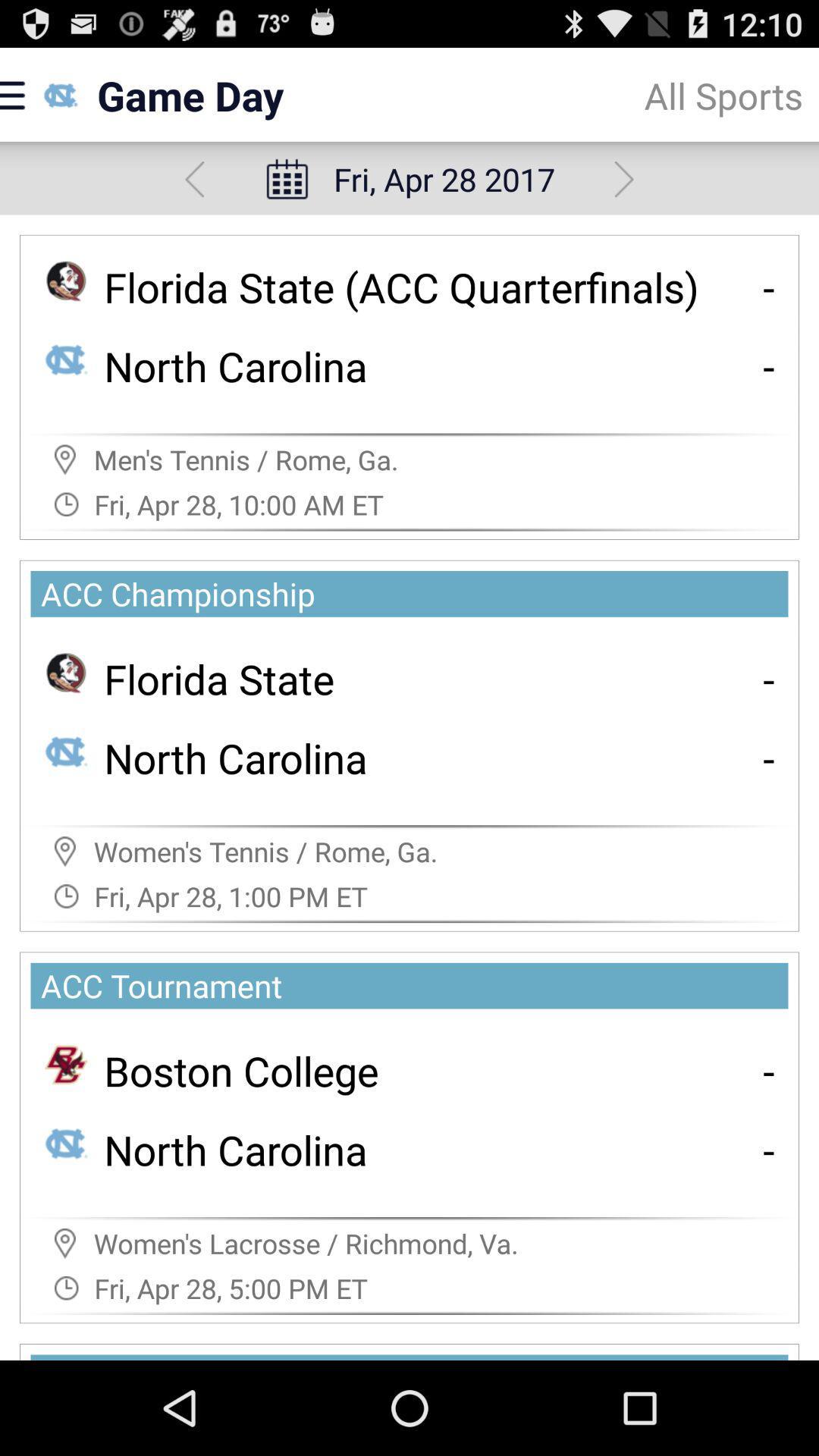 This screenshot has height=1456, width=819. I want to click on previous day, so click(193, 179).